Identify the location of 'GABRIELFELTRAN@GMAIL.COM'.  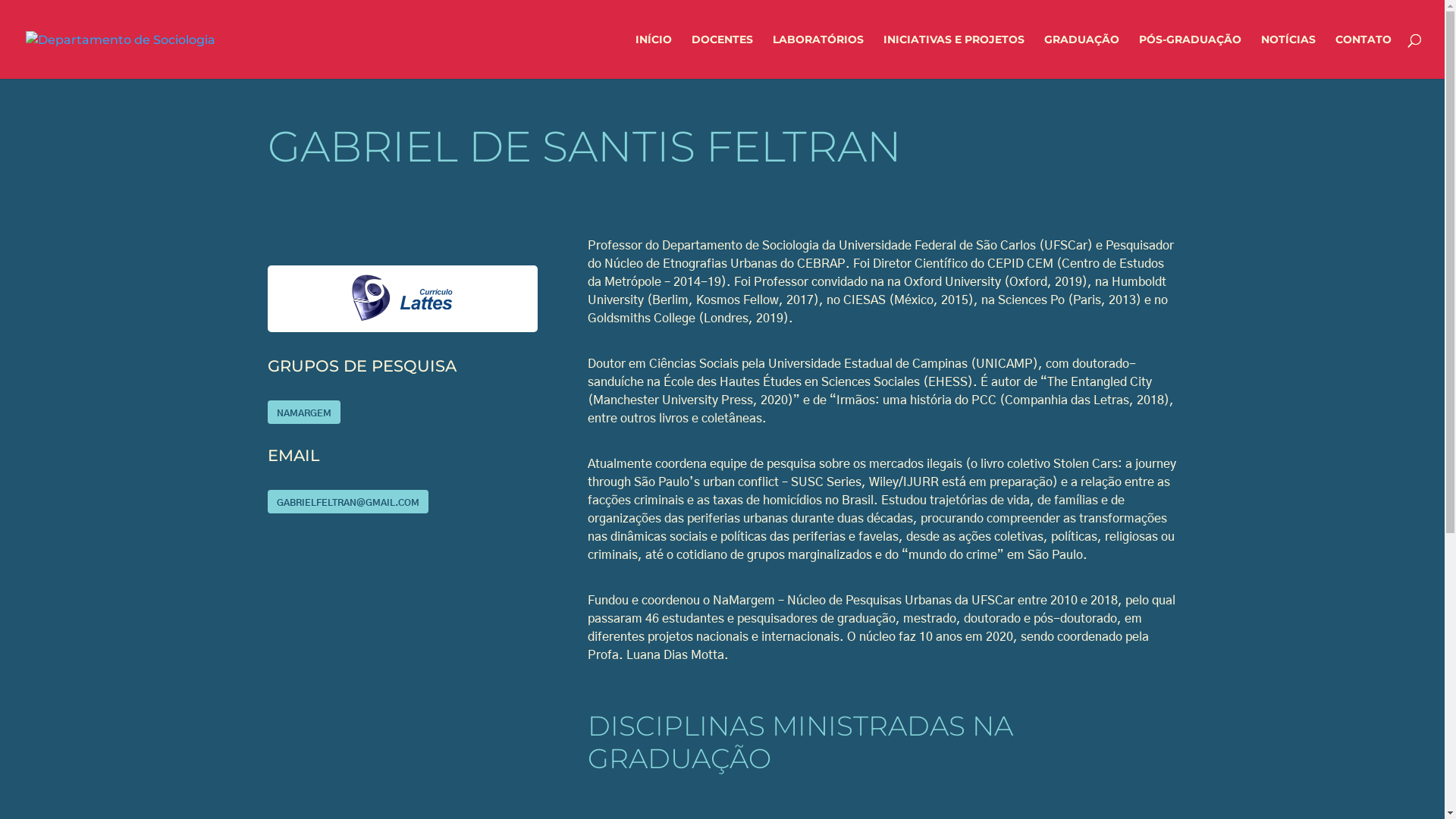
(346, 501).